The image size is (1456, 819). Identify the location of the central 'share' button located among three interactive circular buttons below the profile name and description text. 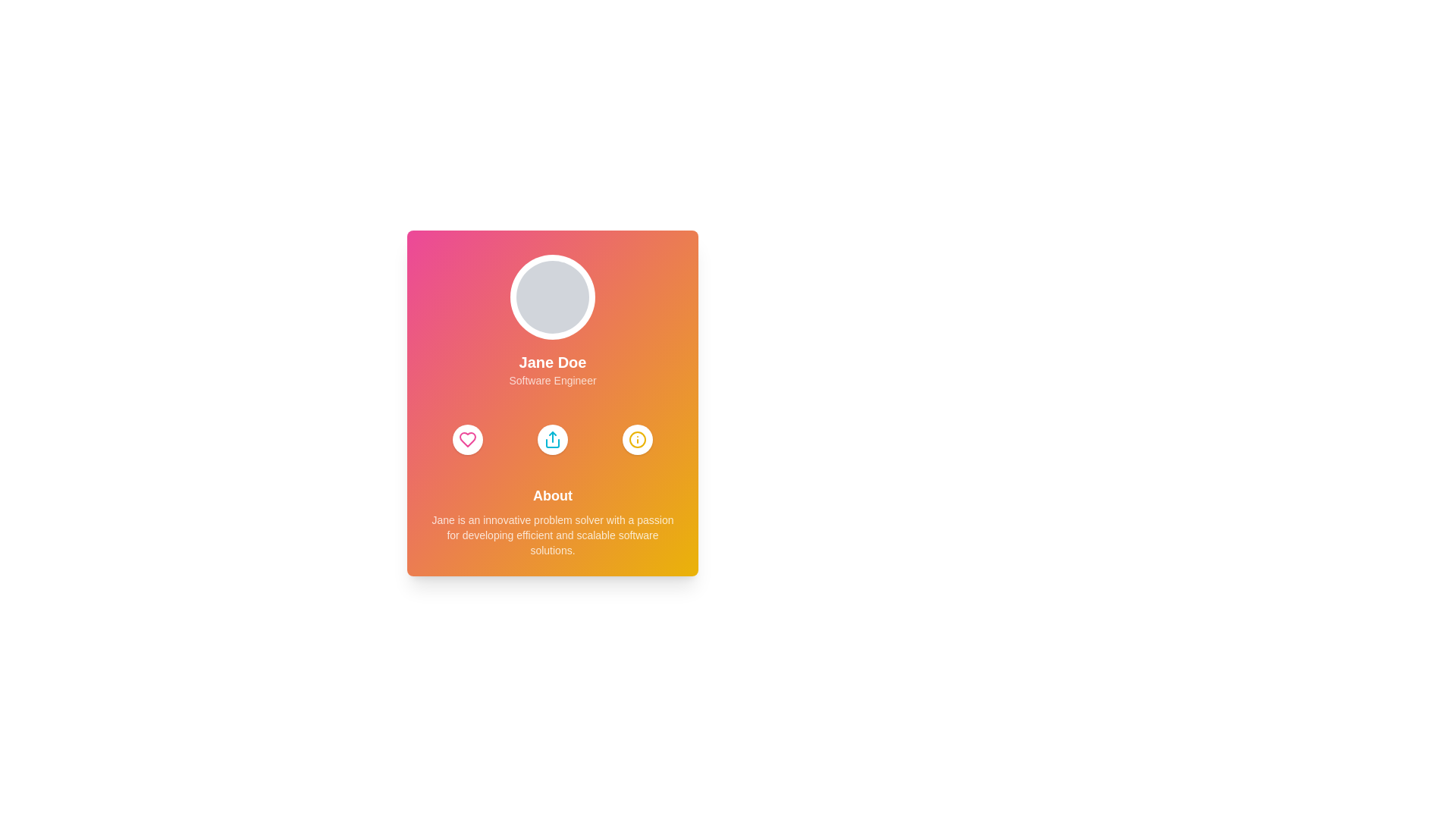
(552, 439).